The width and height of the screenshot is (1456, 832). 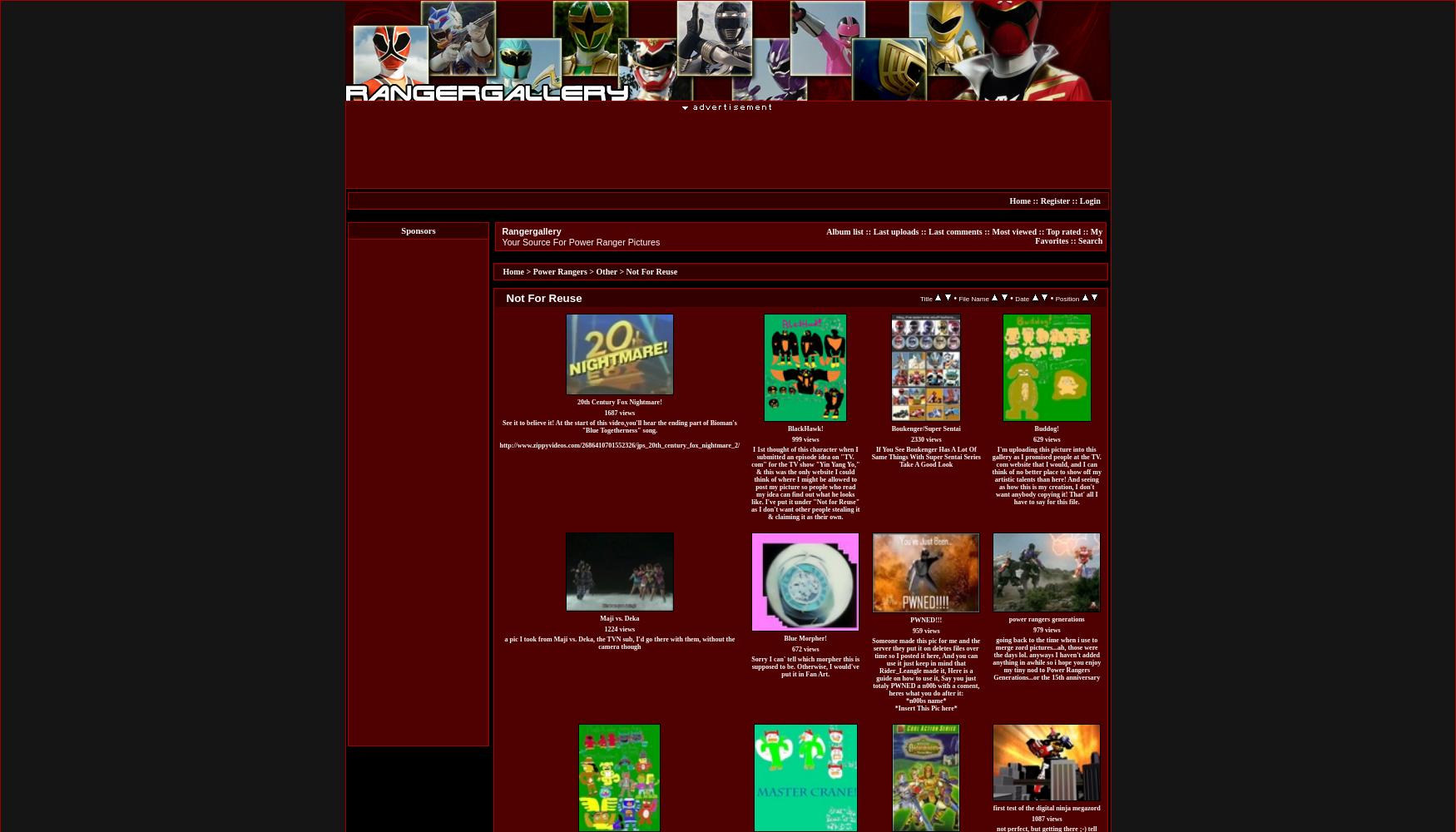 What do you see at coordinates (805, 482) in the screenshot?
I see `'I 1st thought of this character when I submitted an episode idea on "TV. com" for the TV show "Yin Yang Yo," & this was the only website I could think of where I might be allowed to post my picture so people who read my idea can find out what he looks like. I've put it under "Not for Reuse" as I don't want other people stealing it & claiming it as their own.'` at bounding box center [805, 482].